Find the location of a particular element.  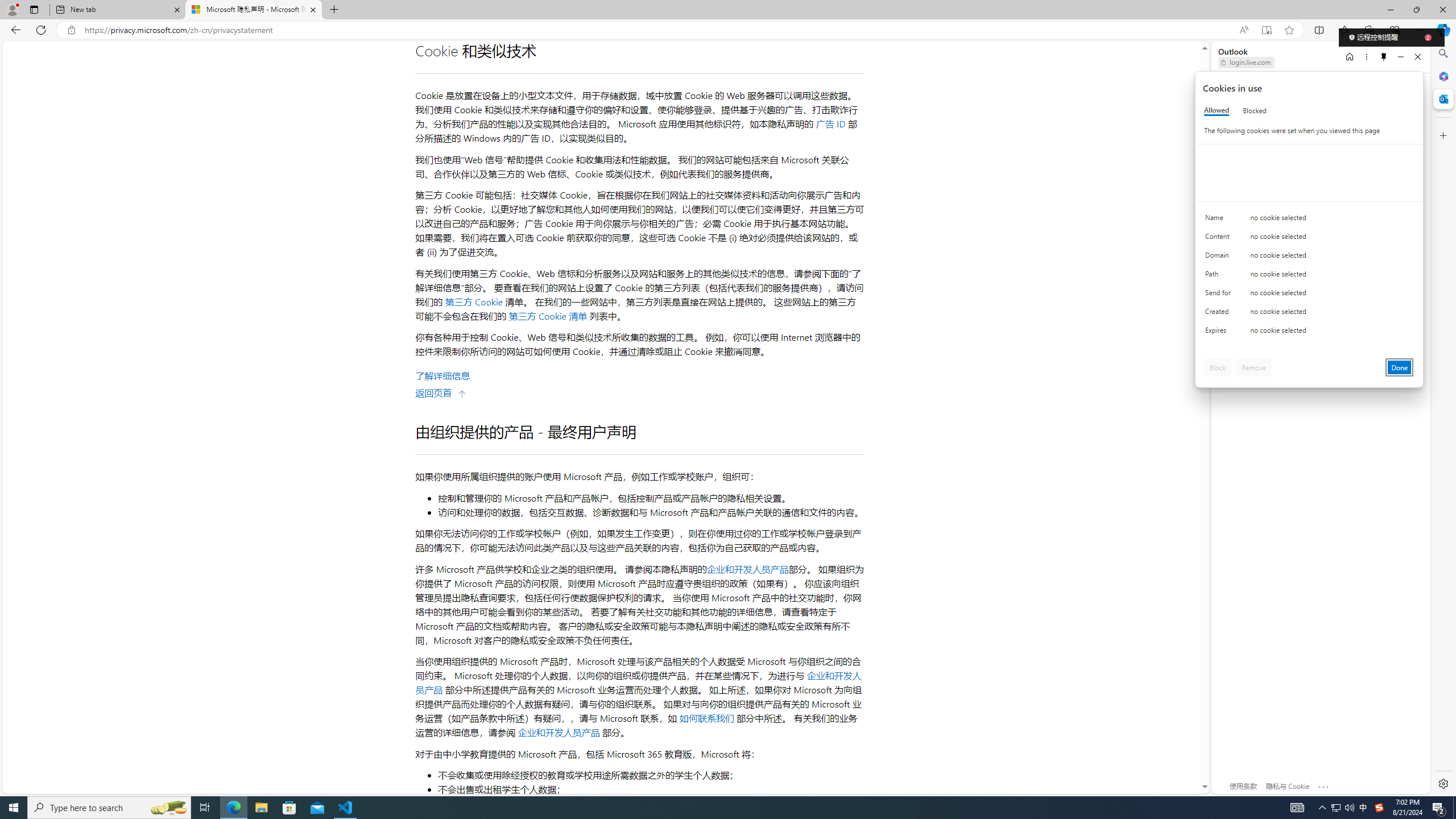

'Done' is located at coordinates (1400, 367).